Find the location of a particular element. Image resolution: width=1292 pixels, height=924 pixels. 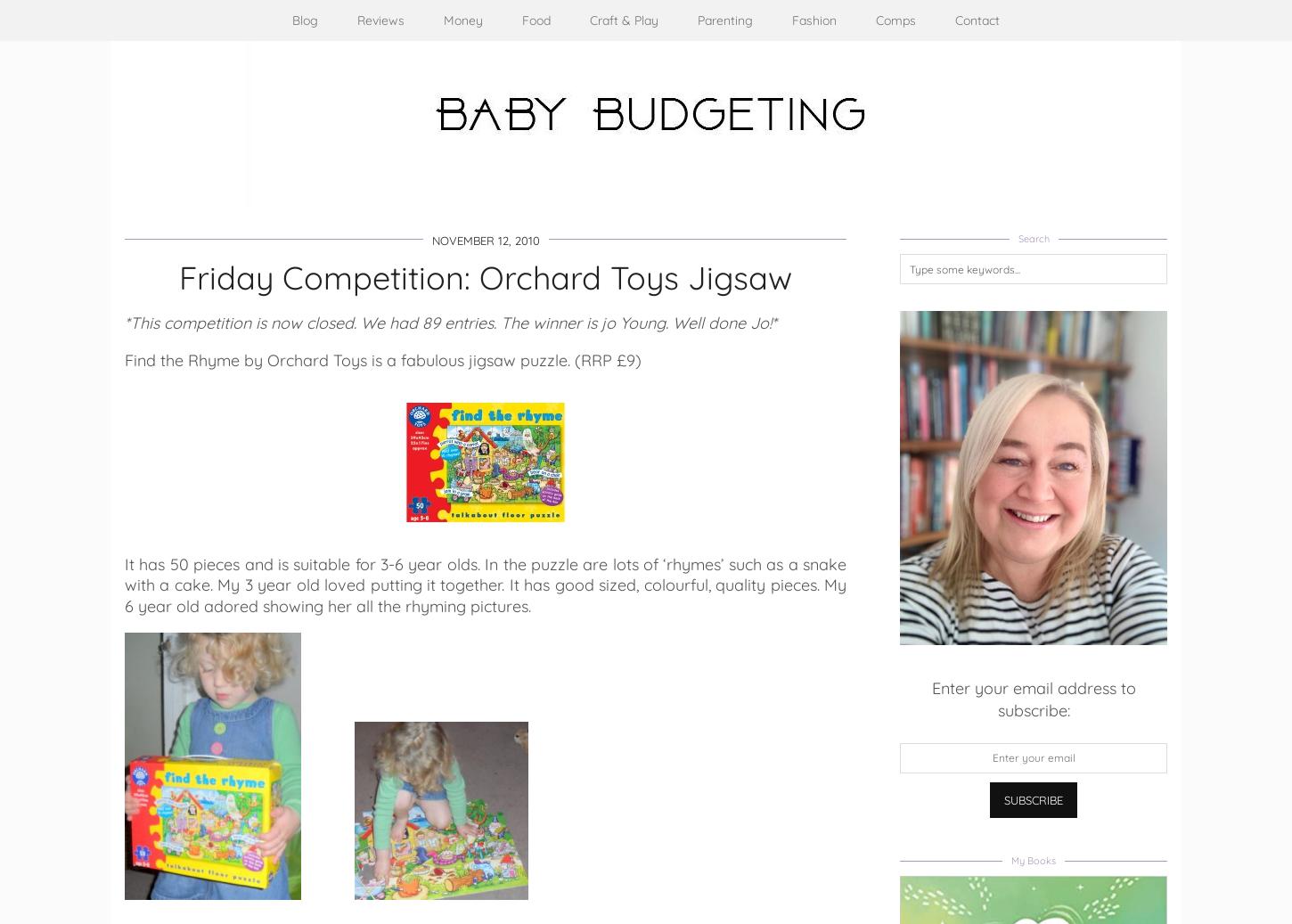

'Blog' is located at coordinates (305, 20).